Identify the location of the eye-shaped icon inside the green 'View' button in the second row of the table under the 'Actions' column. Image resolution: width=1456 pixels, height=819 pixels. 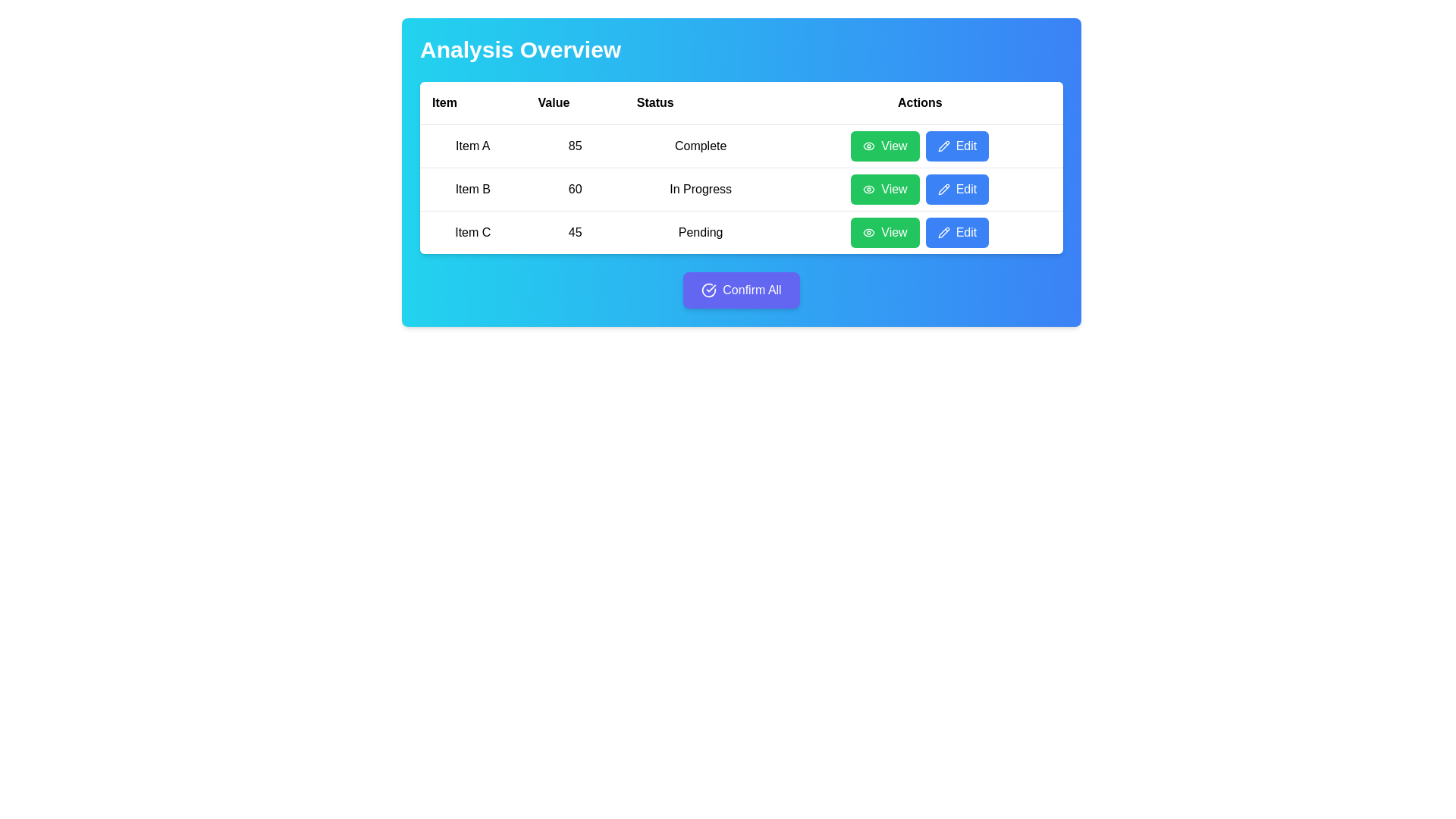
(869, 189).